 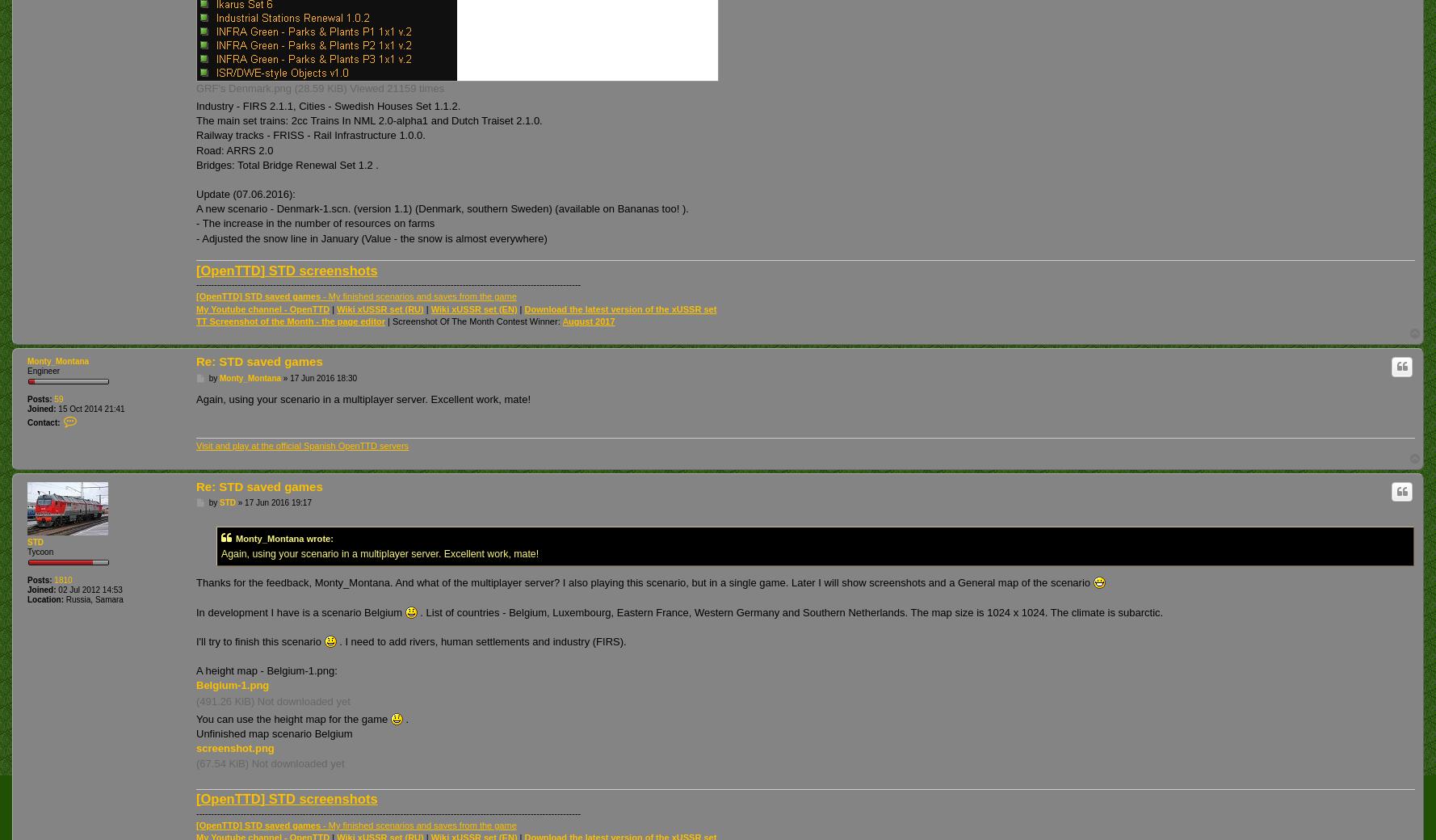 I want to click on 'I'll try to finish this scenario', so click(x=258, y=640).